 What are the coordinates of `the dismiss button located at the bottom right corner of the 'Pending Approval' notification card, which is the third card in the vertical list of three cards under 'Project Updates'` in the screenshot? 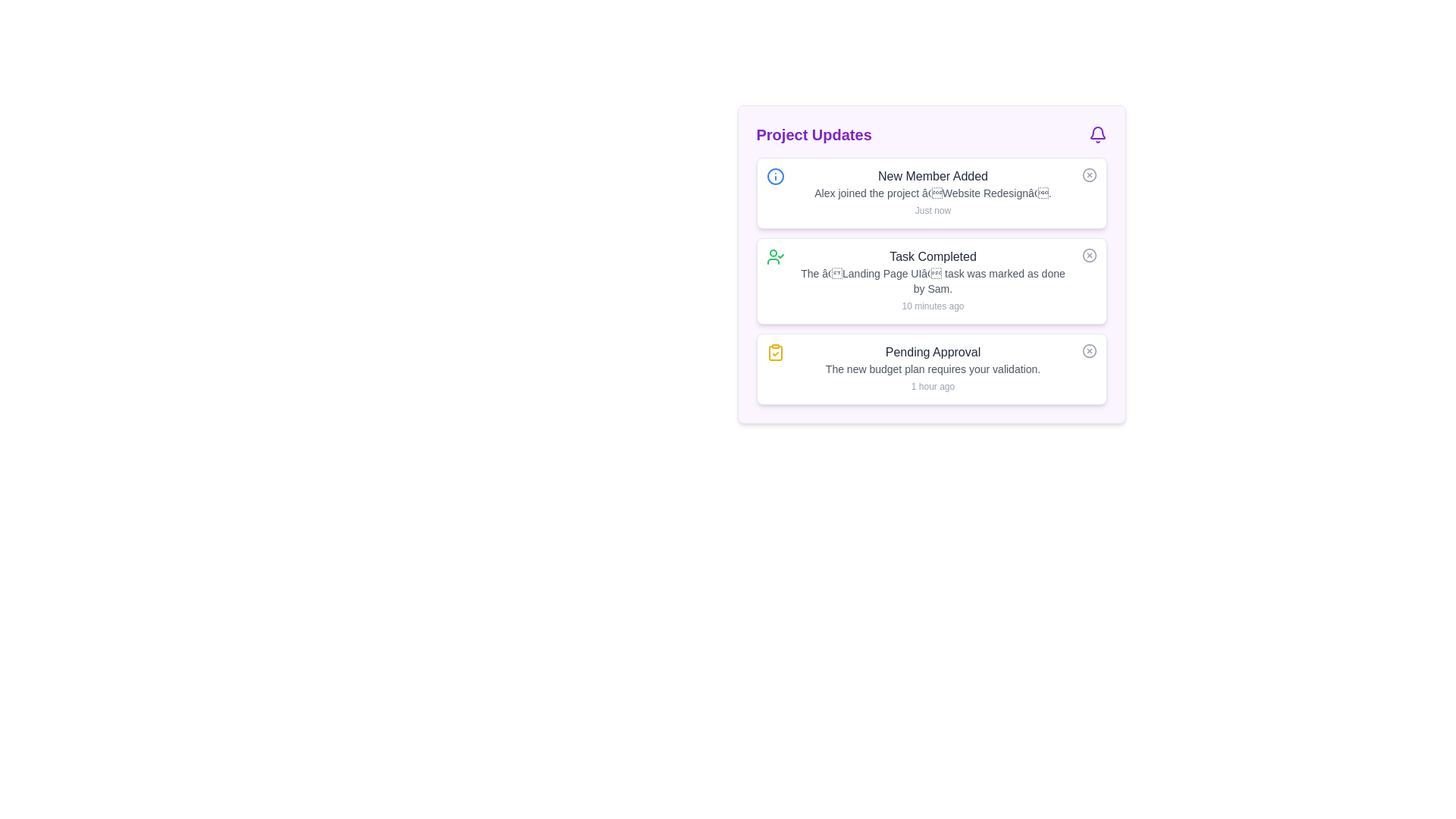 It's located at (1088, 350).